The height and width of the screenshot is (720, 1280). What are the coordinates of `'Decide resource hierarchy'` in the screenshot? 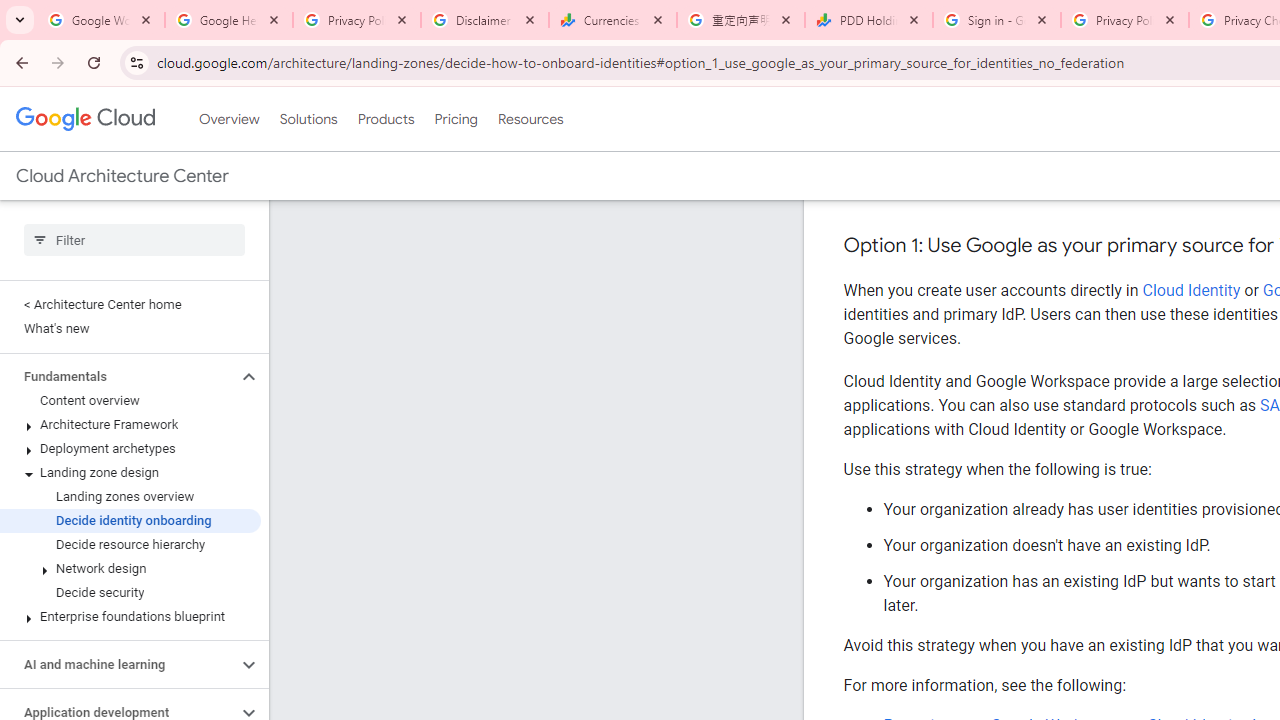 It's located at (129, 545).